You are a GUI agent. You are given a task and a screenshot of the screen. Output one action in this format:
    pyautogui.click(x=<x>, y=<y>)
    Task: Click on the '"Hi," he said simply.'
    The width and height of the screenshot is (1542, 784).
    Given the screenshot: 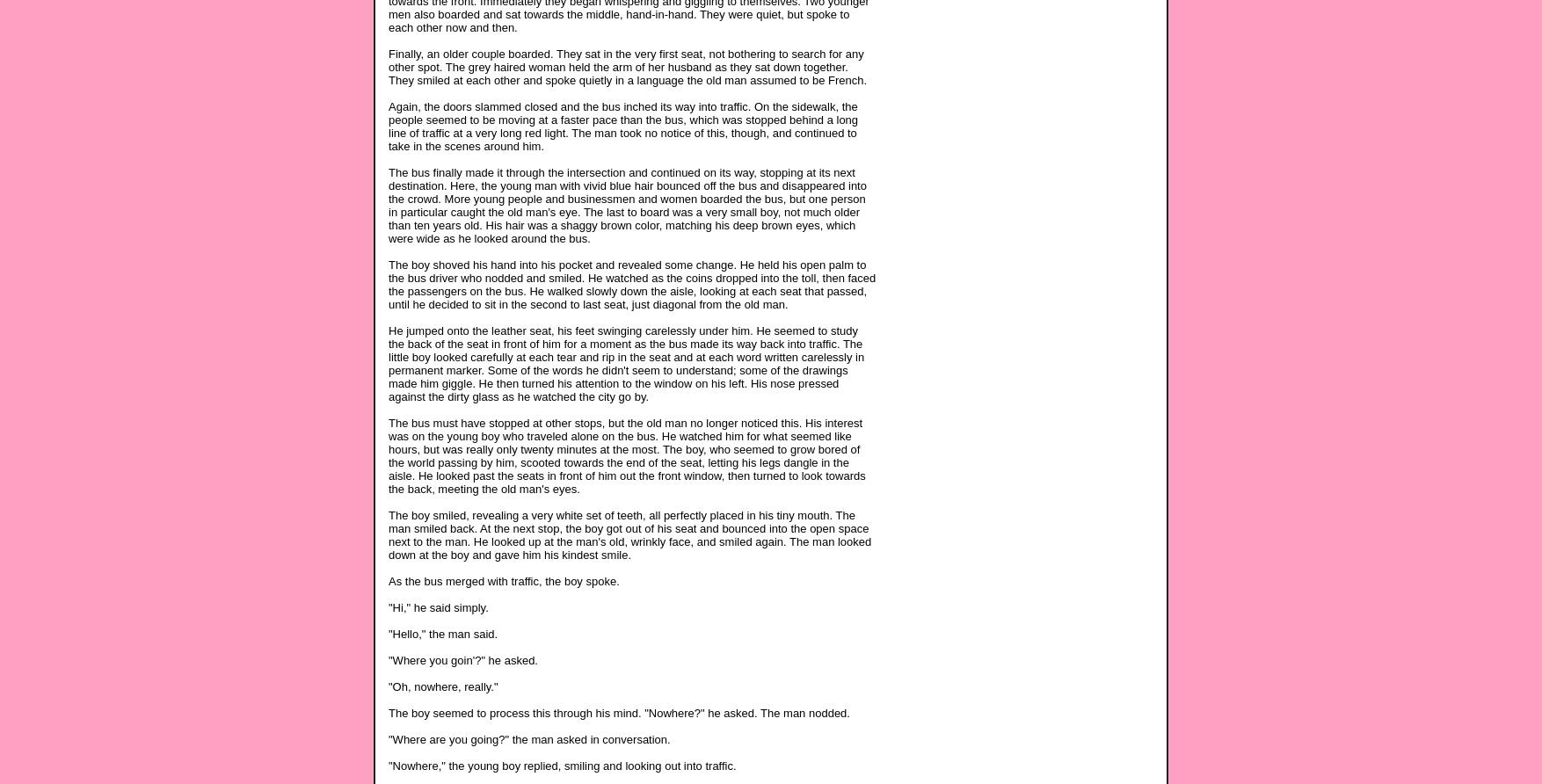 What is the action you would take?
    pyautogui.click(x=437, y=606)
    